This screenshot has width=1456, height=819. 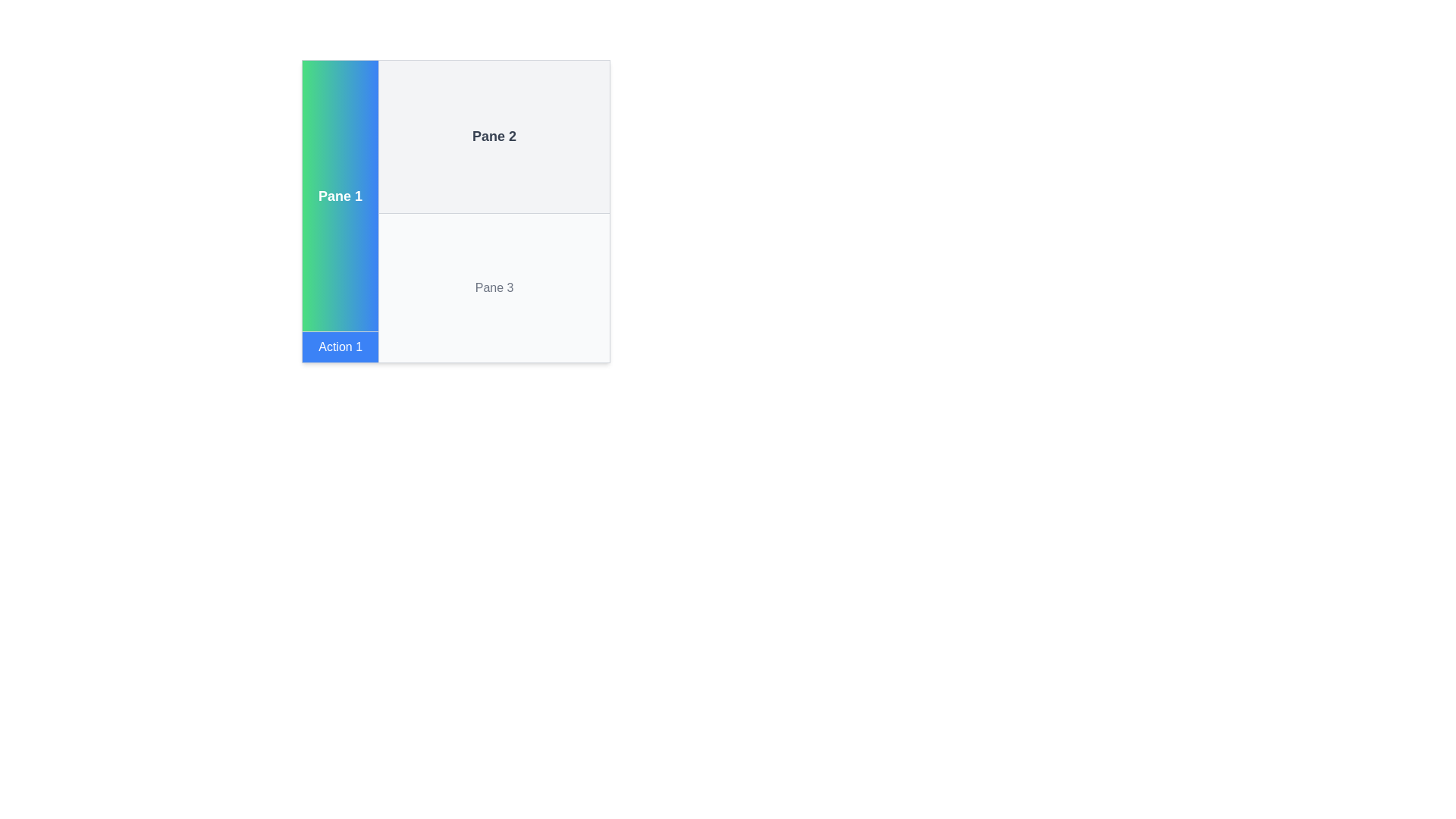 I want to click on the text label 'Pane 3' displayed in gray color, located in the bottom-right quadrant of the interface, so click(x=494, y=287).